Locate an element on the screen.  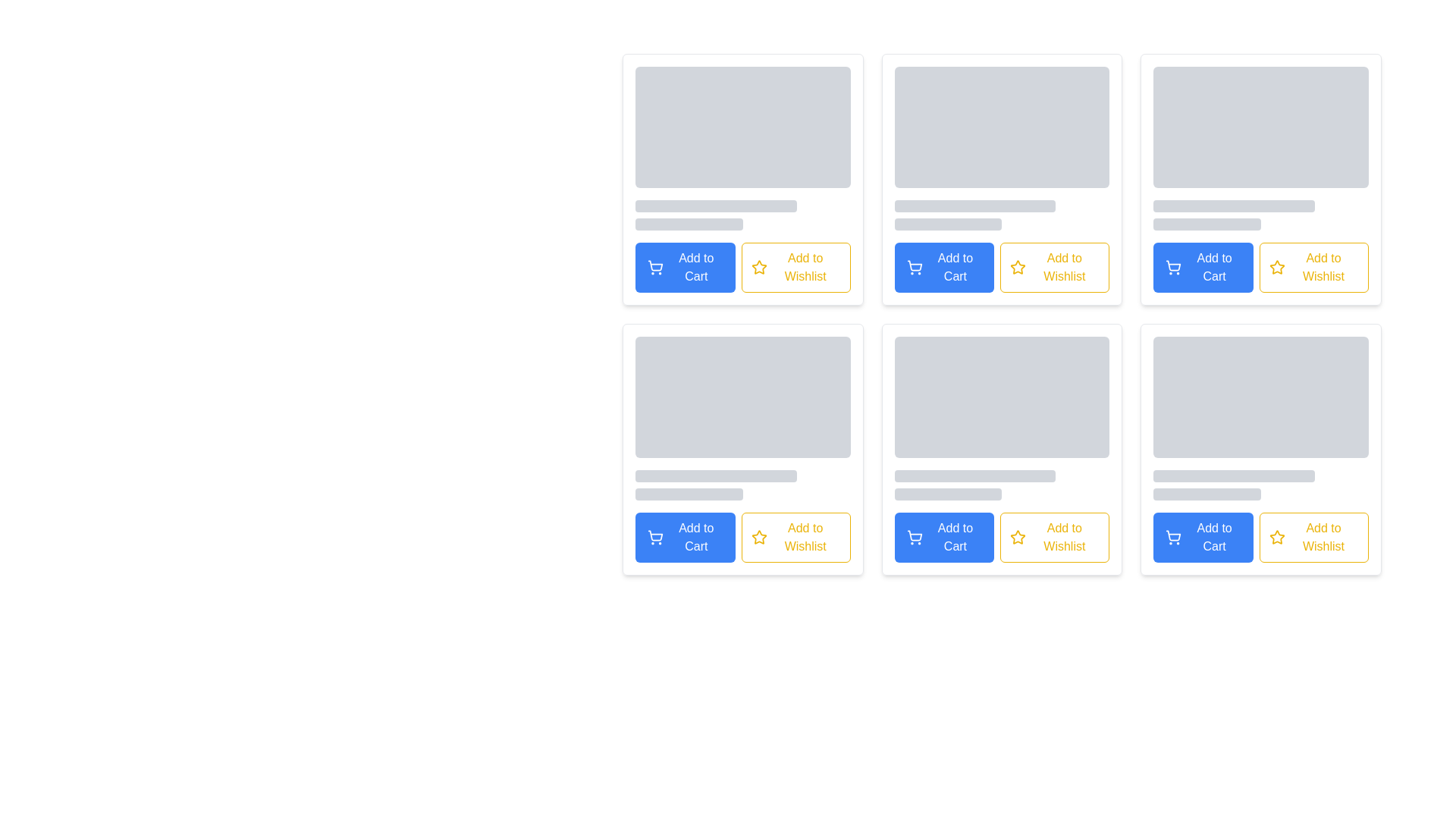
the slider position is located at coordinates (904, 494).